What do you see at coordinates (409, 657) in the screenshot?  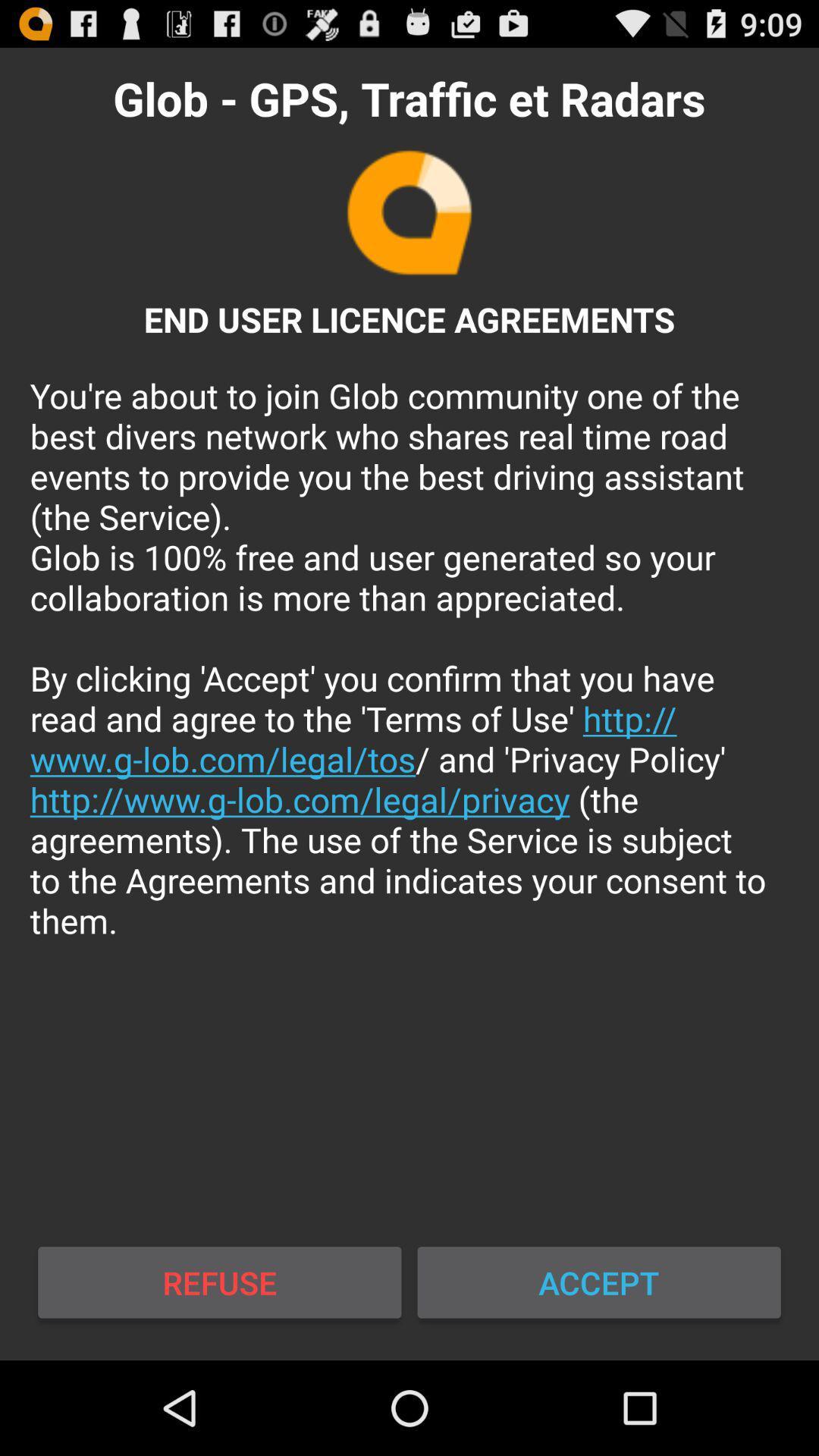 I see `the item at the center` at bounding box center [409, 657].